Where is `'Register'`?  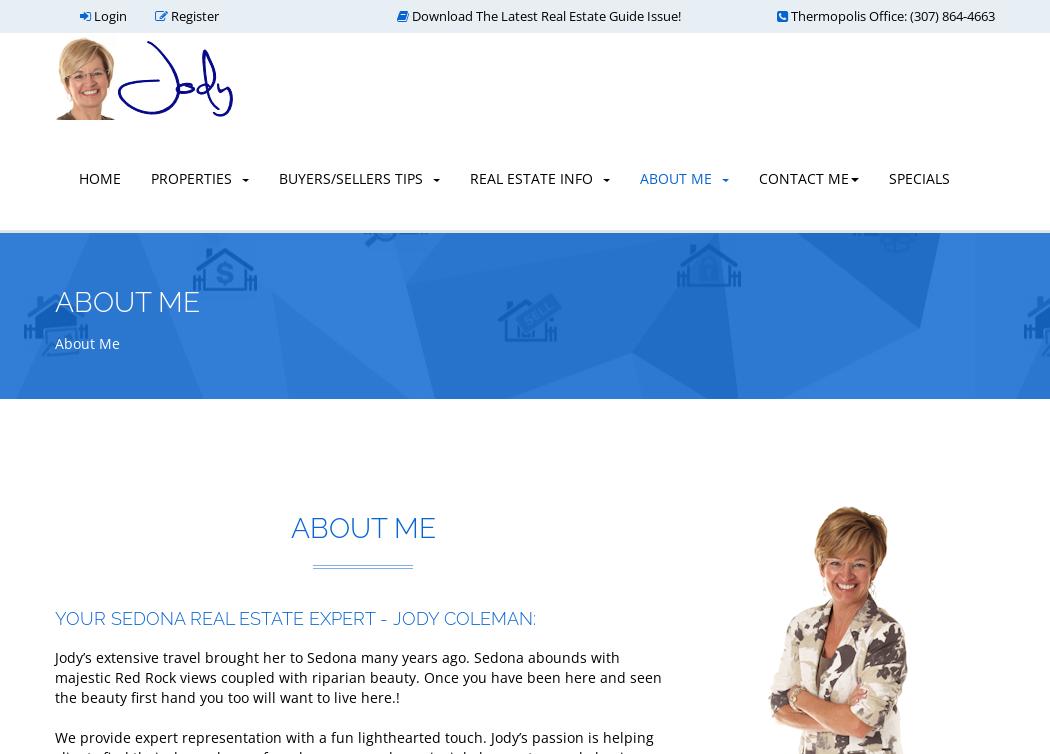
'Register' is located at coordinates (192, 15).